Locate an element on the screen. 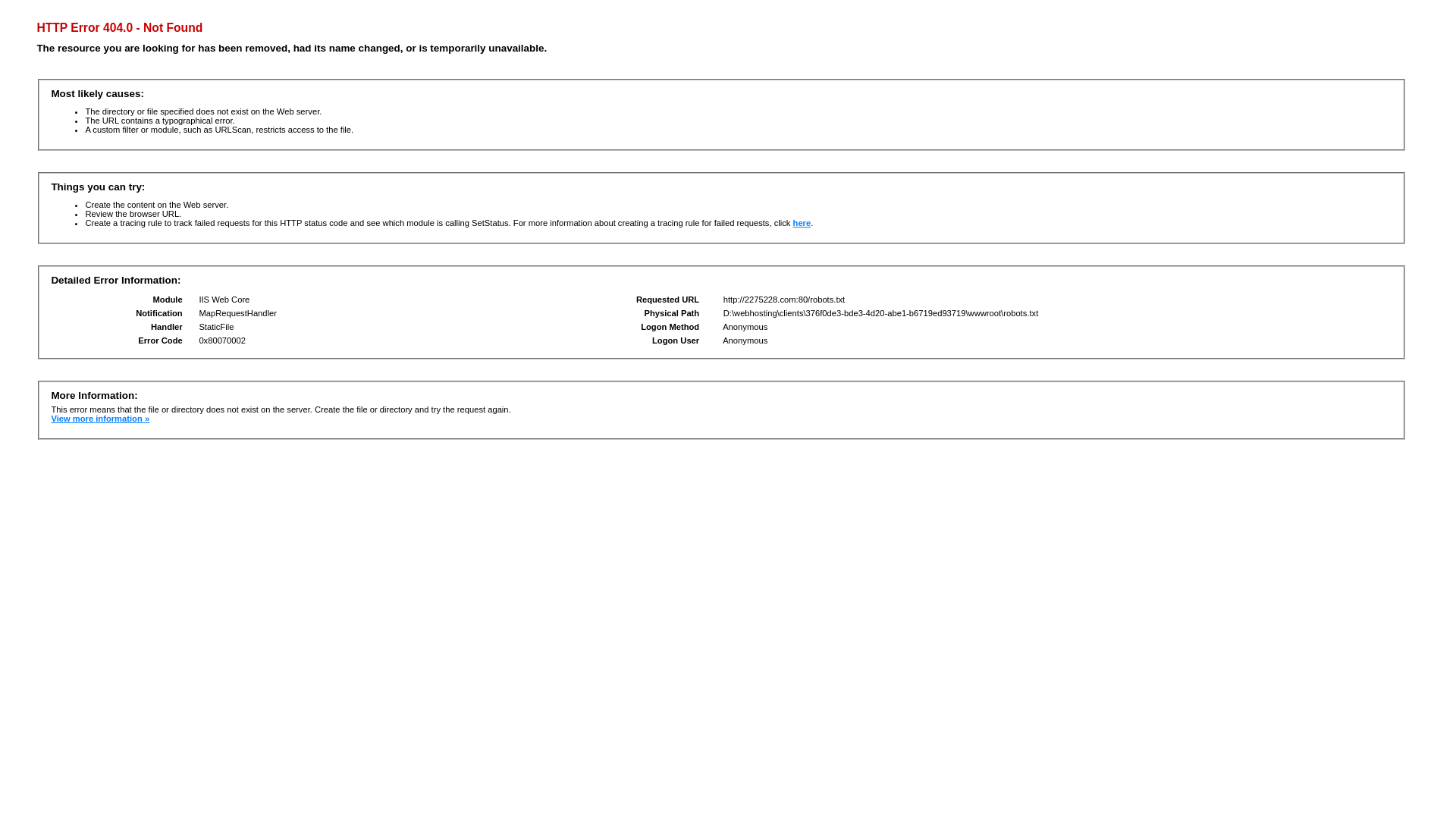 The width and height of the screenshot is (1456, 819). 'here' is located at coordinates (792, 222).